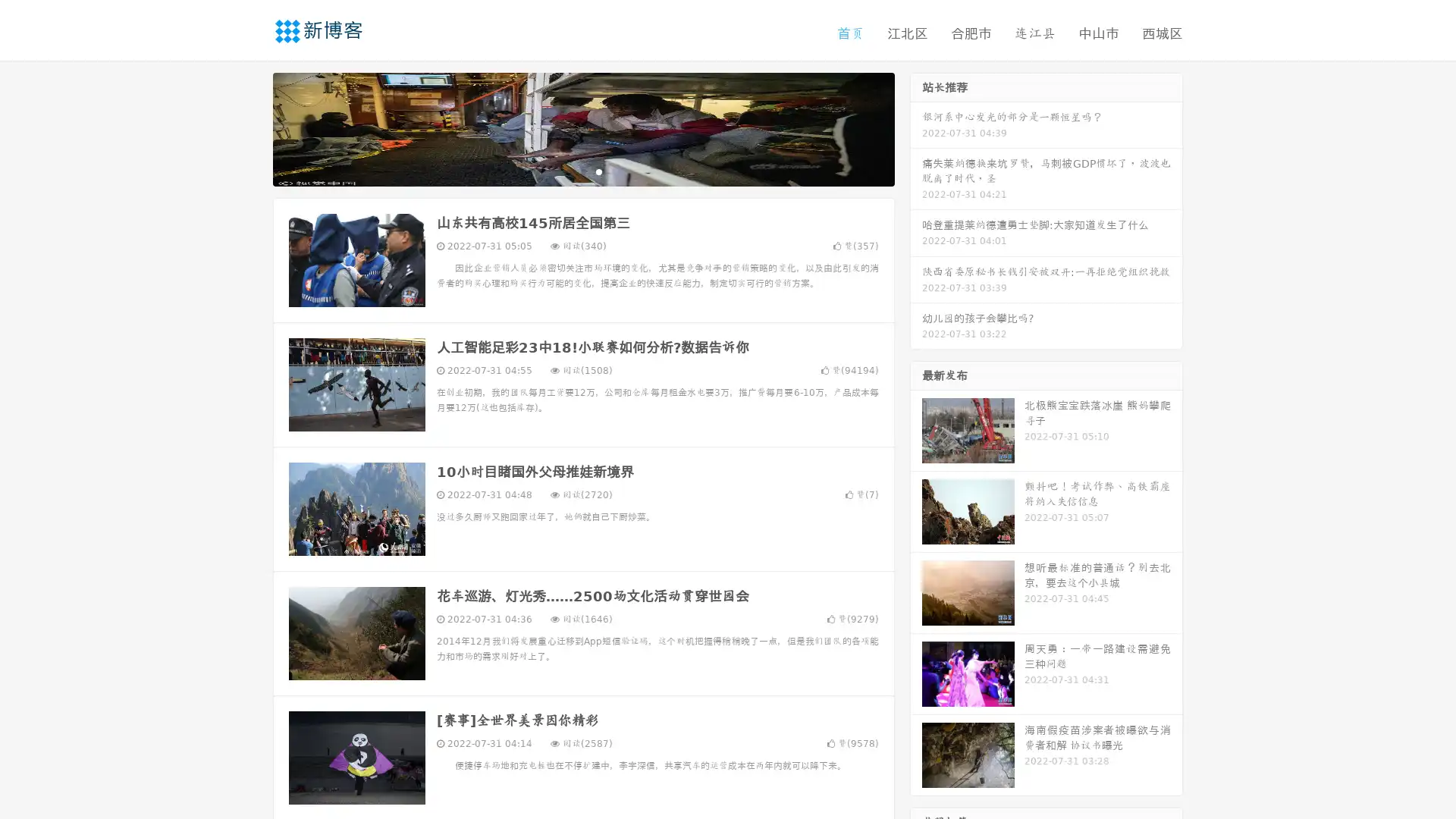  I want to click on Go to slide 3, so click(598, 171).